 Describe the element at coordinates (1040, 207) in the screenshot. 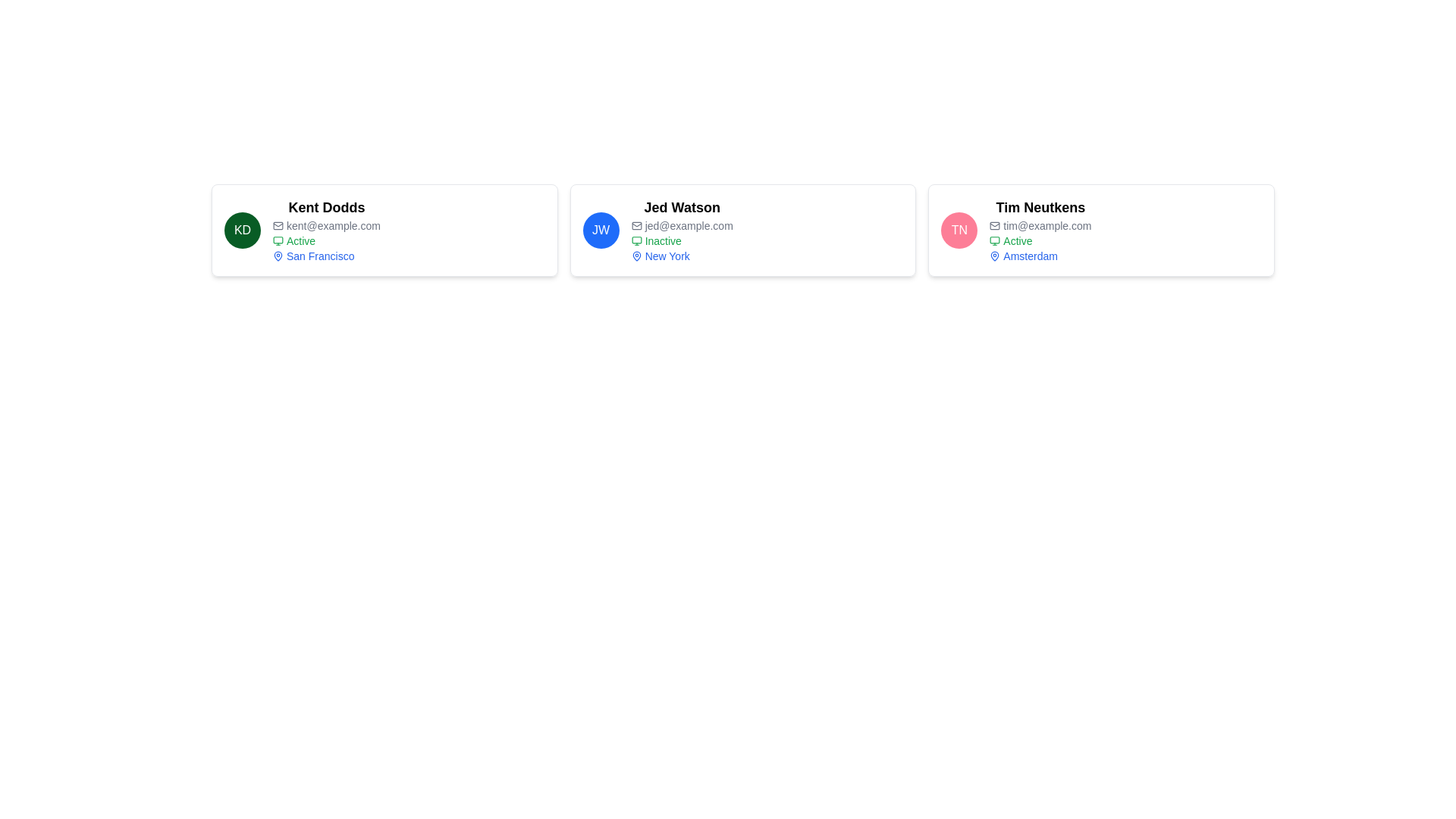

I see `the Text Label displaying 'Tim Neutkens', which is positioned at the top of the card on the far right in a horizontal set of three cards` at that location.